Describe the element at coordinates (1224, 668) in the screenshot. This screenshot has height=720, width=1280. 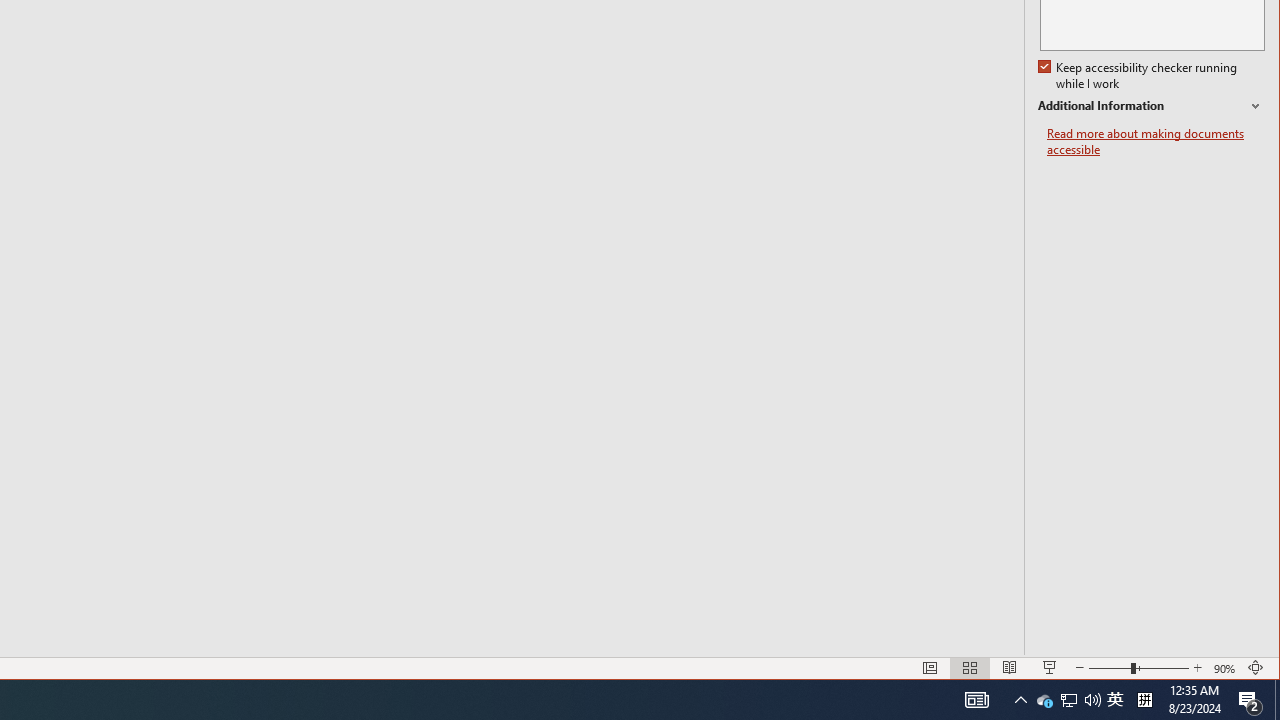
I see `'Zoom 90%'` at that location.